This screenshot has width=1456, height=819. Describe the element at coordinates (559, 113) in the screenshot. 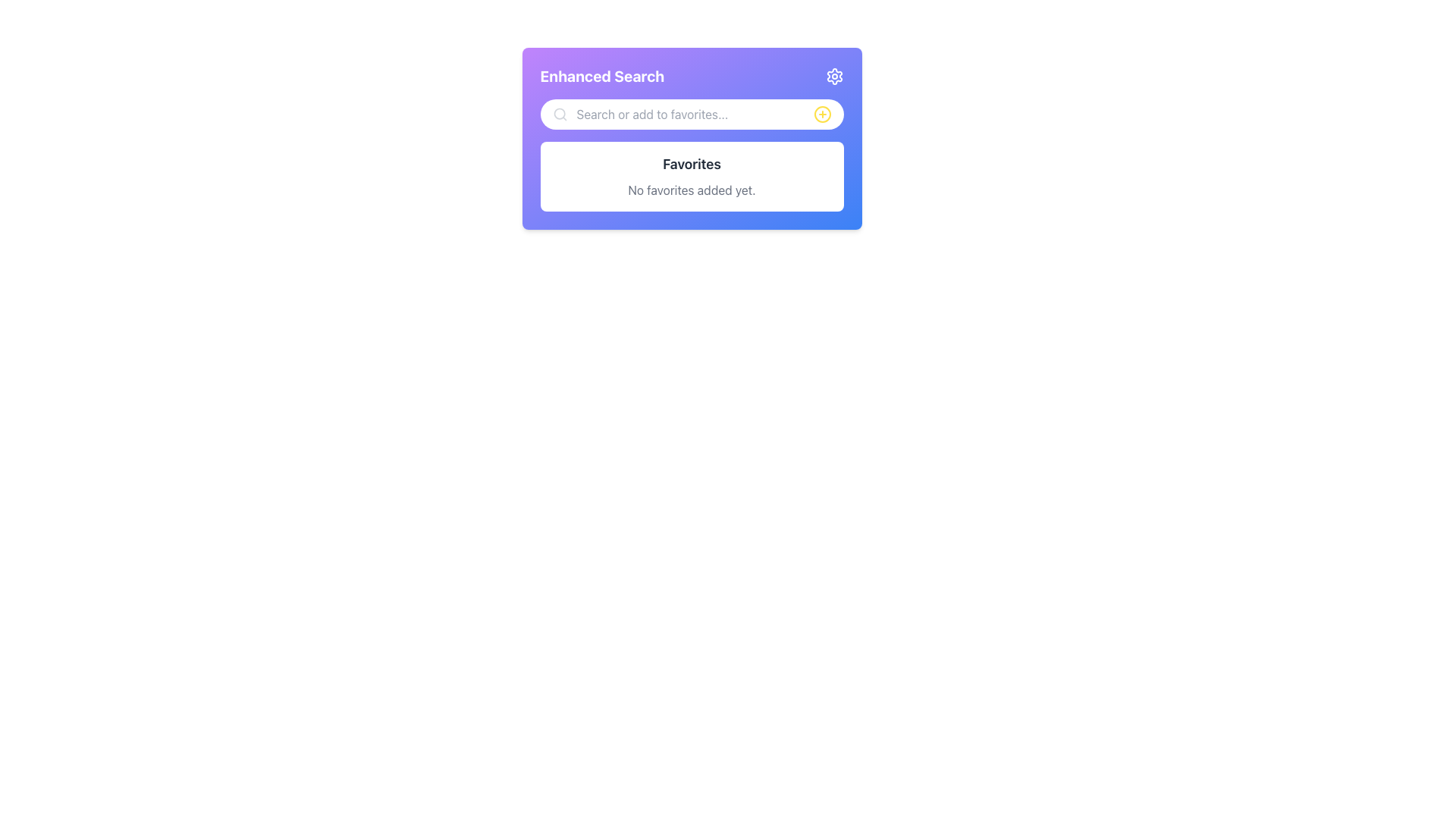

I see `the magnifying glass icon associated with the search functionality, which is positioned to the left within the input field labeled 'Search or add to favorites...'` at that location.